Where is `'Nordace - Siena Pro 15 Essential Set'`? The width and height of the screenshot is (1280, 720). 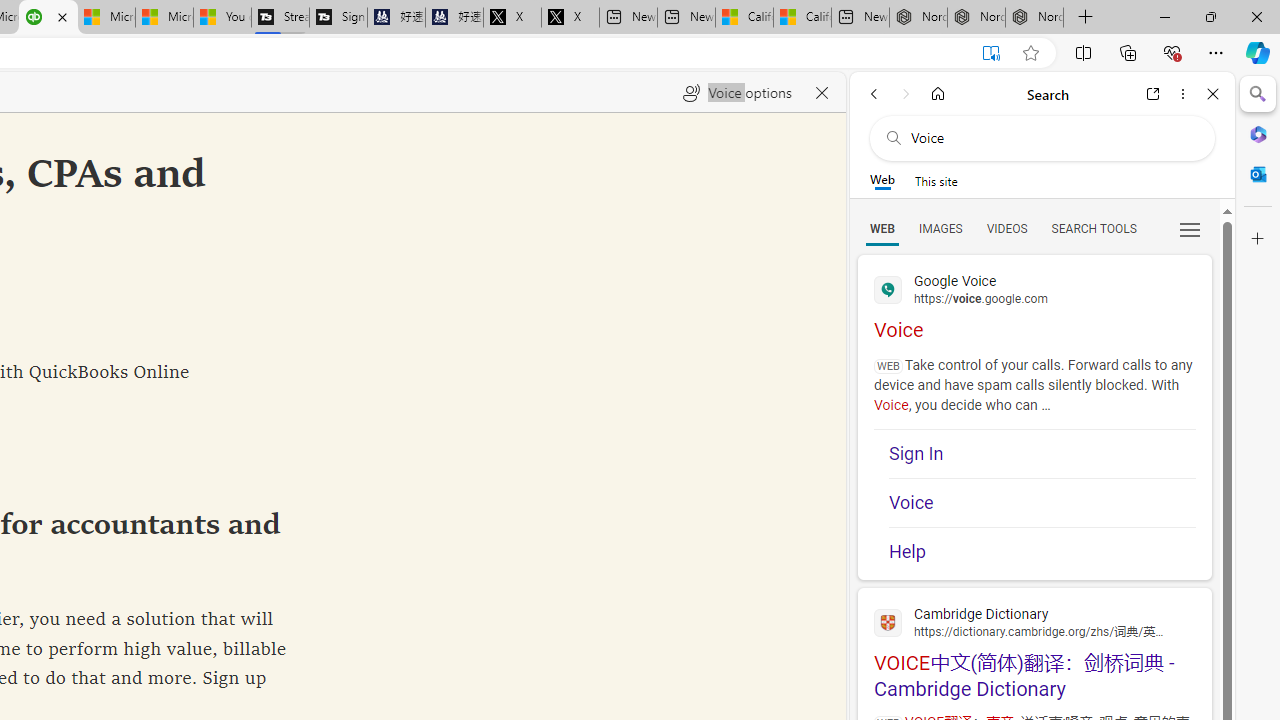
'Nordace - Siena Pro 15 Essential Set' is located at coordinates (1034, 17).